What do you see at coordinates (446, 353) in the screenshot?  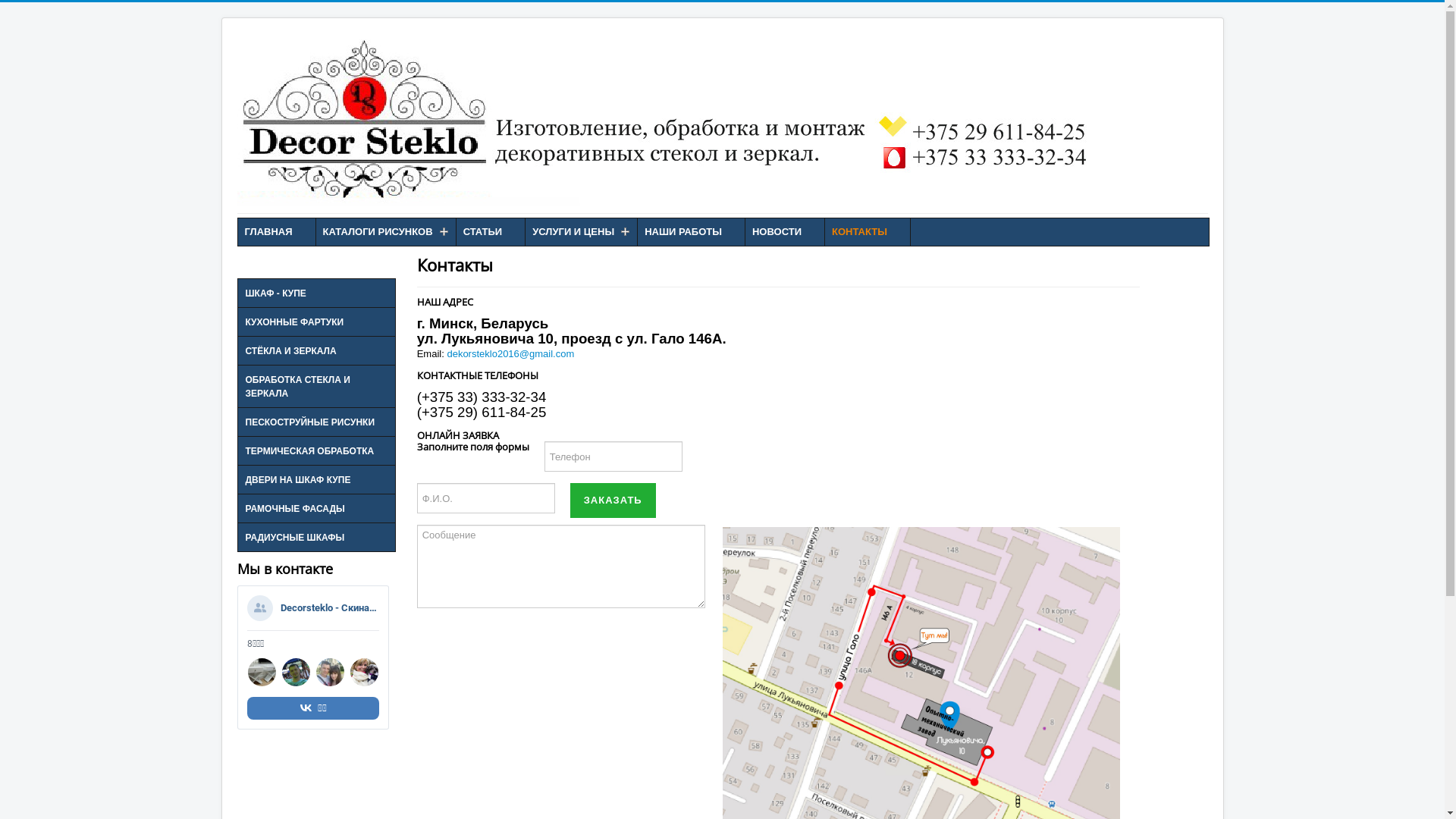 I see `'dekorsteklo2016@gmail.com'` at bounding box center [446, 353].